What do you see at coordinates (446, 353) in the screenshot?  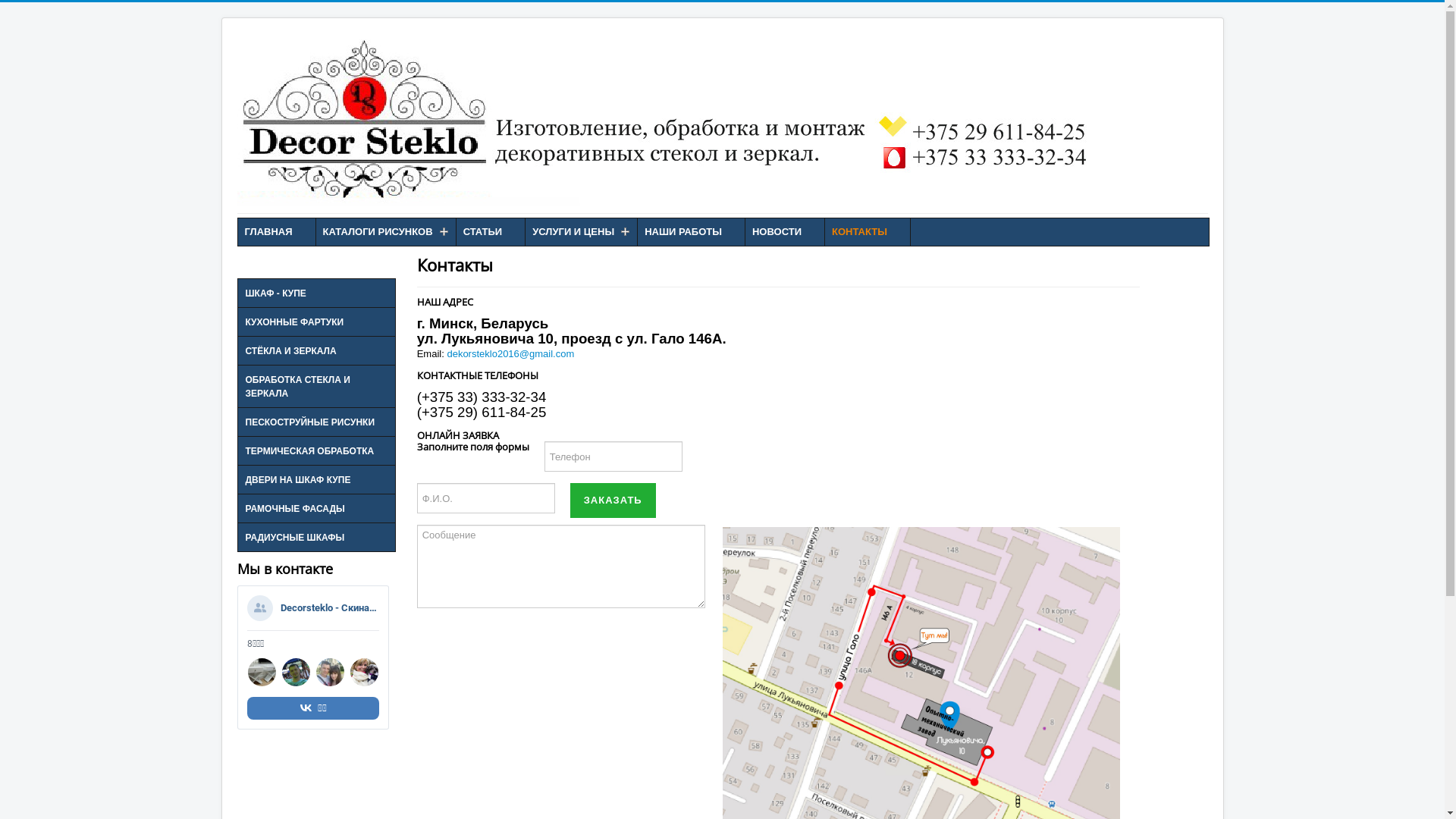 I see `'dekorsteklo2016@gmail.com'` at bounding box center [446, 353].